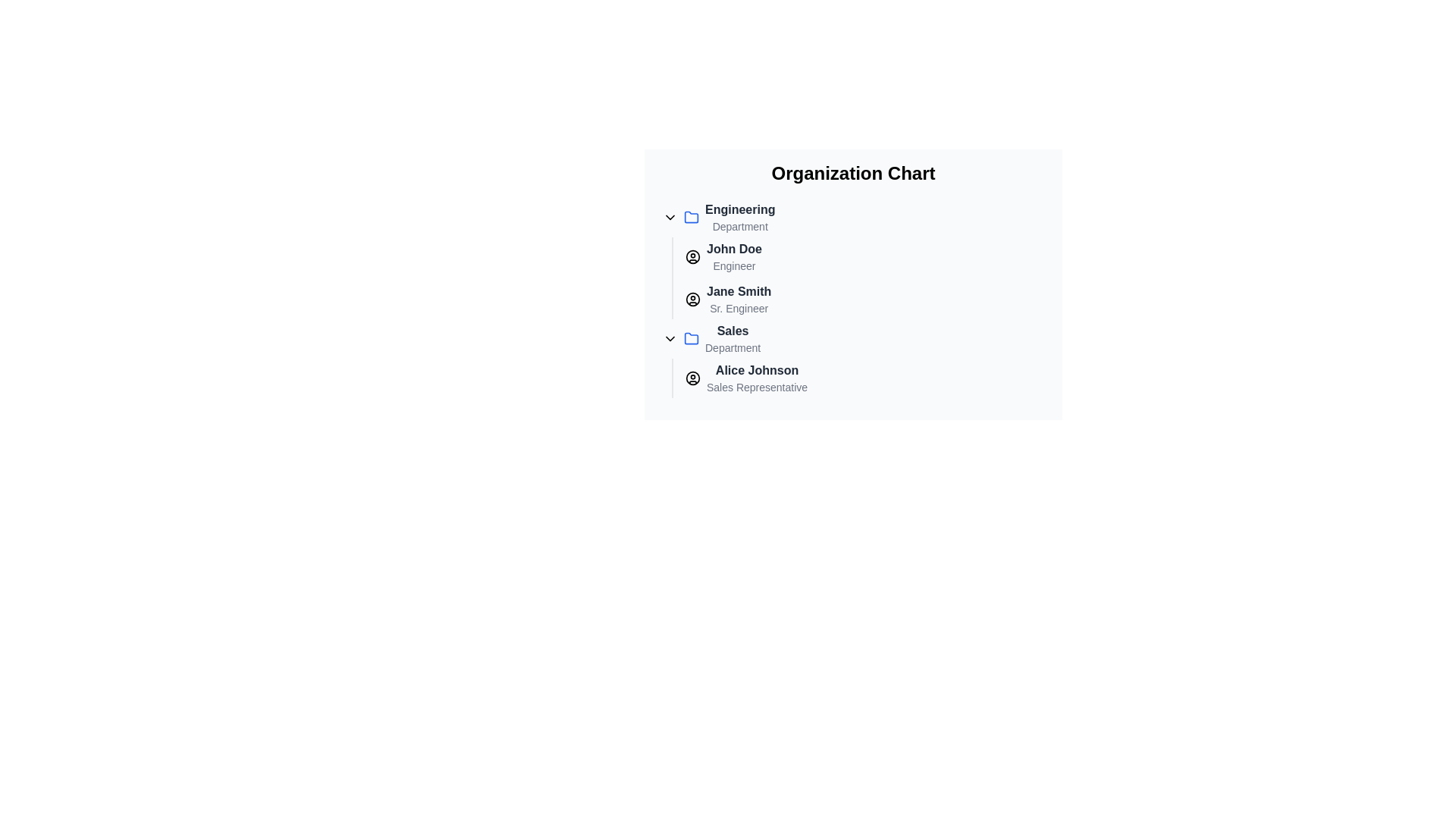  I want to click on the Text label displaying 'Sr. Engineer' associated with 'Jane Smith', which is located under the 'Engineering' department node, so click(739, 308).